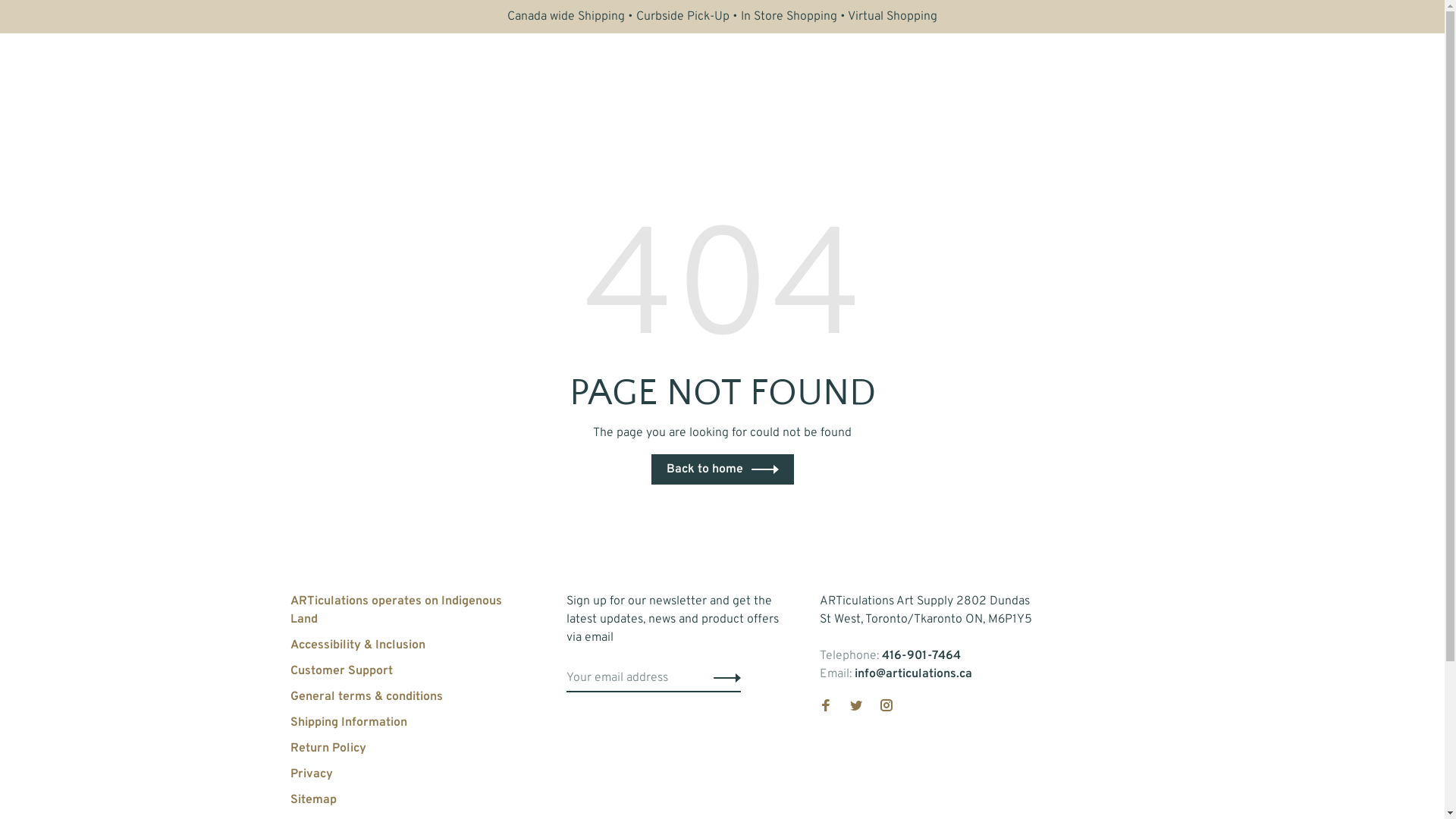 This screenshot has height=819, width=1456. Describe the element at coordinates (340, 670) in the screenshot. I see `'Customer Support'` at that location.